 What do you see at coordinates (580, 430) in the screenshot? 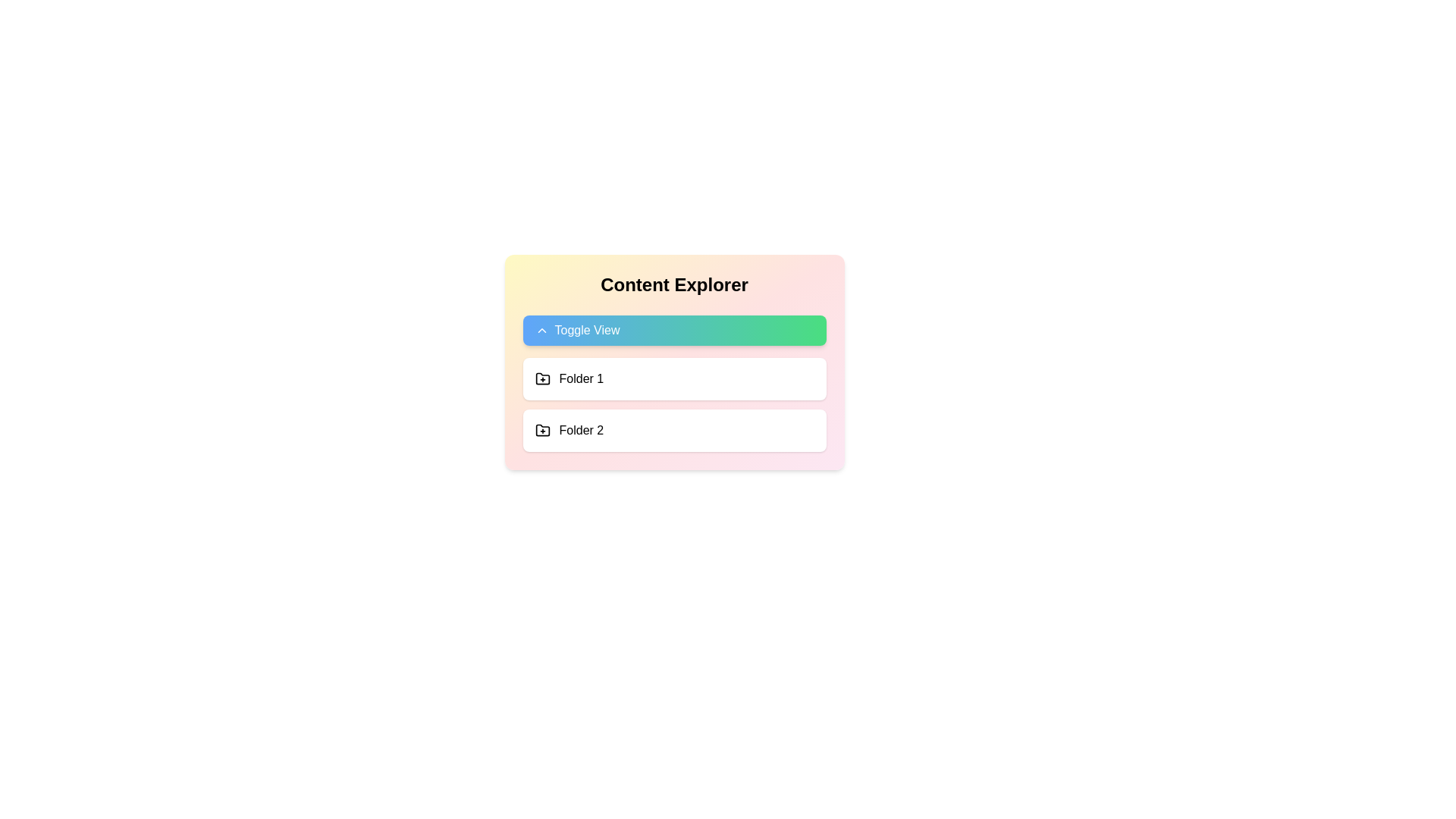
I see `the text label that identifies the second folder in the list of folders, positioned to the right of the folder icon and directly below 'Folder 1'` at bounding box center [580, 430].